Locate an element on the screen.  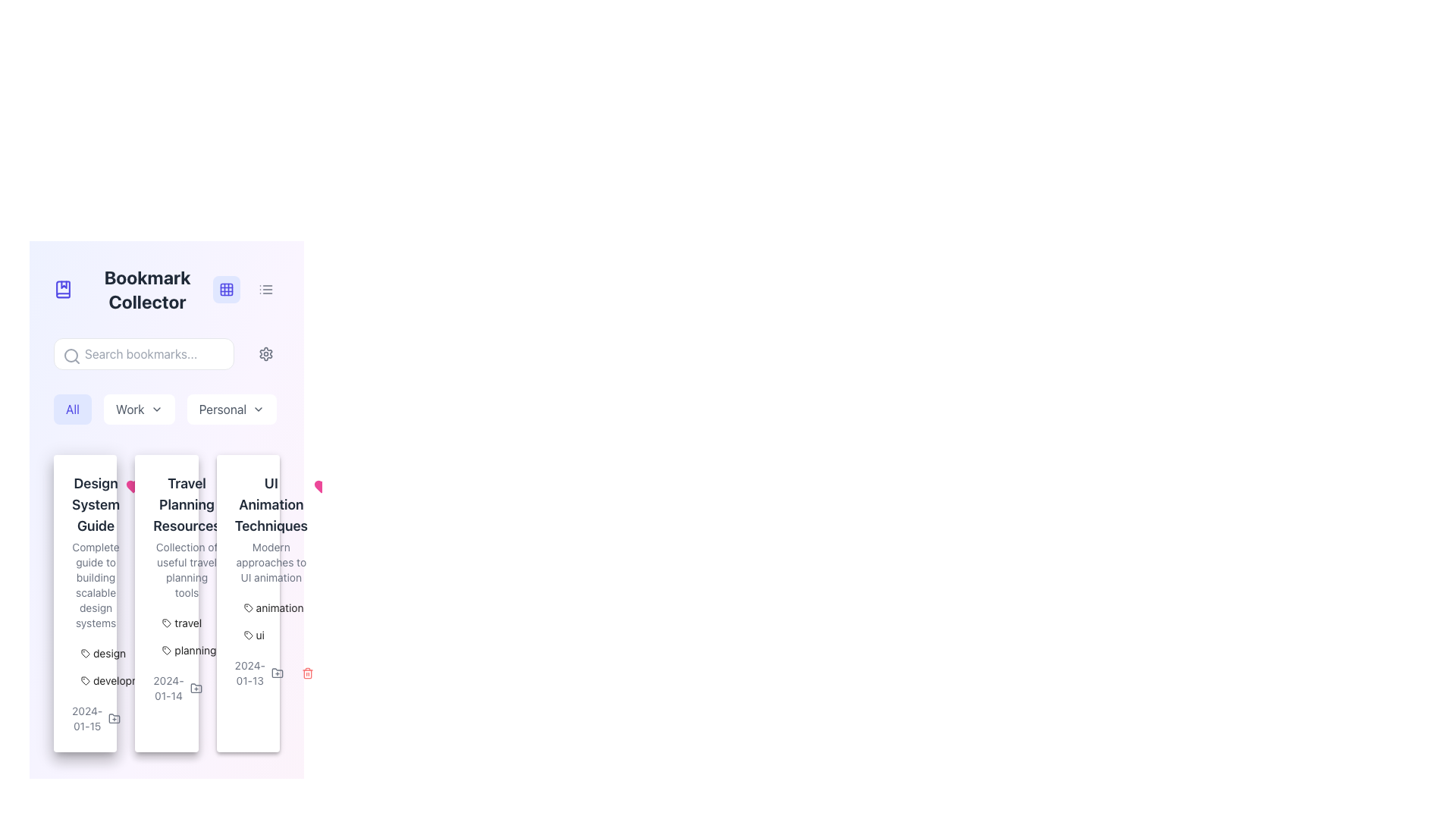
the text display composite located at the top-left corner of the leftmost card in a horizontally scrollable list, which presents information about a guide related to scalable design systems is located at coordinates (84, 552).